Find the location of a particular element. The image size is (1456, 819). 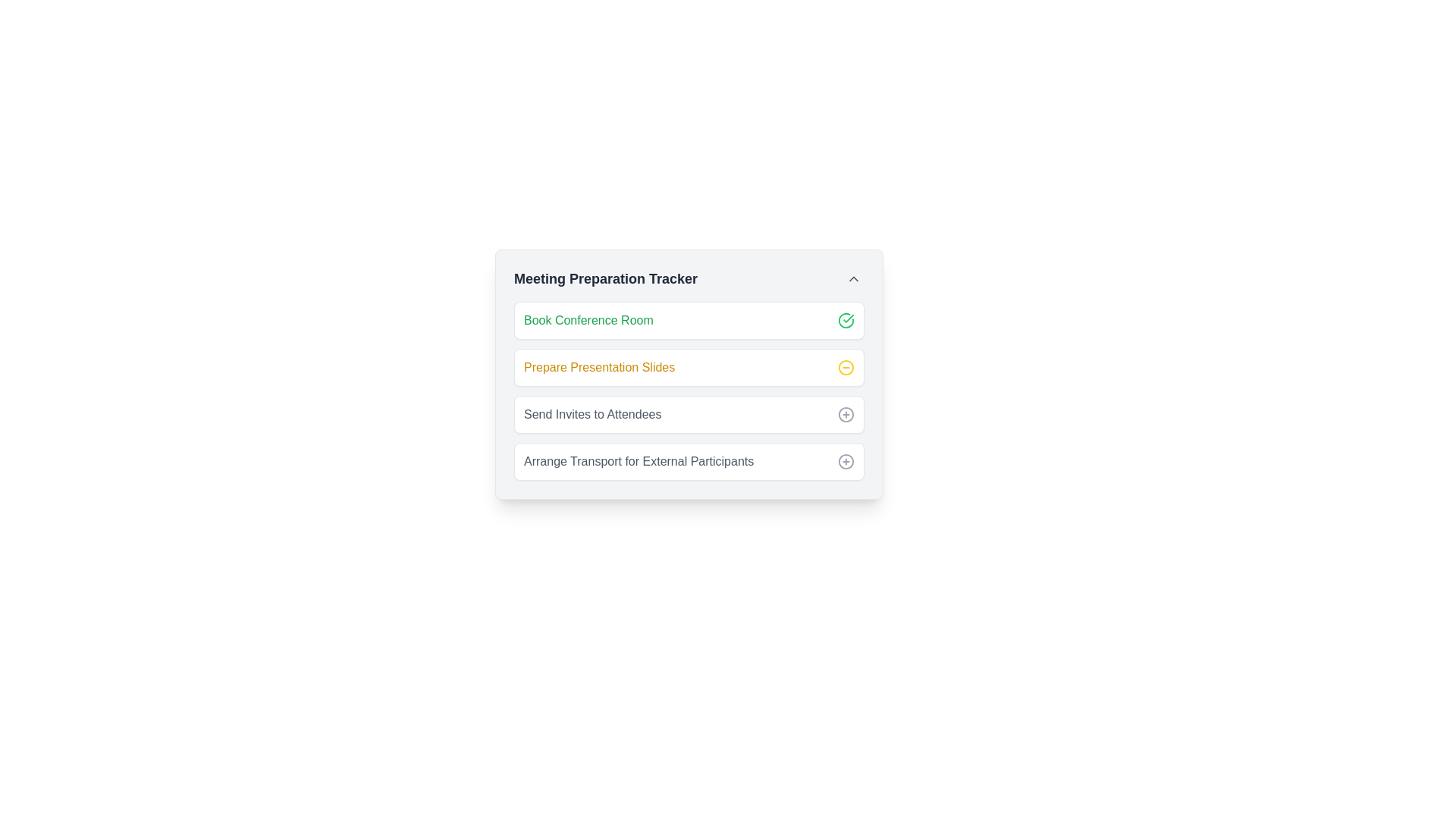

the header bar titled 'Meeting Preparation Tracker' is located at coordinates (688, 278).